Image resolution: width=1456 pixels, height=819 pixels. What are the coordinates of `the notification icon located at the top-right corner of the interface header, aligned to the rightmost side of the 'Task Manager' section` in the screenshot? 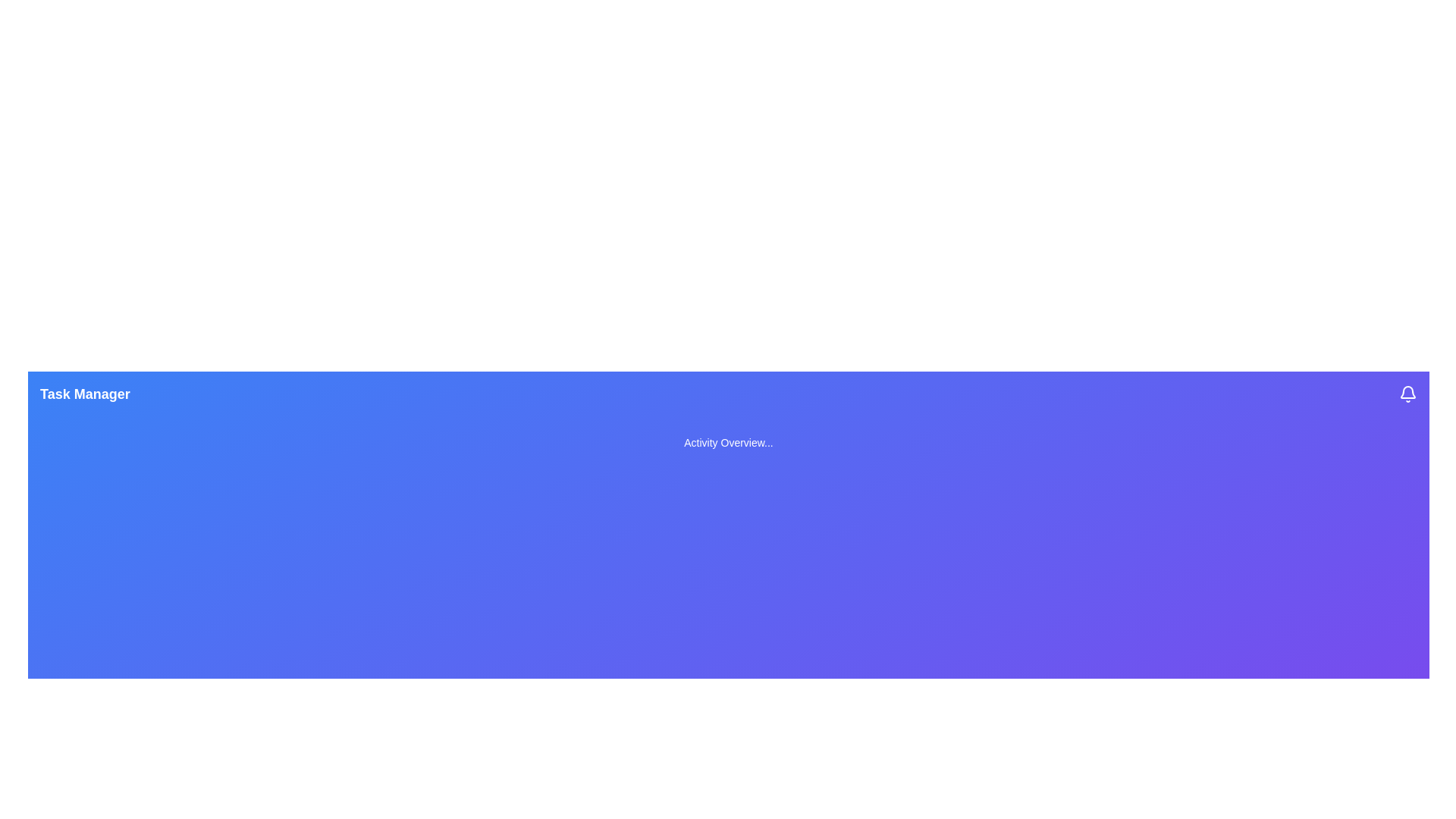 It's located at (1407, 394).